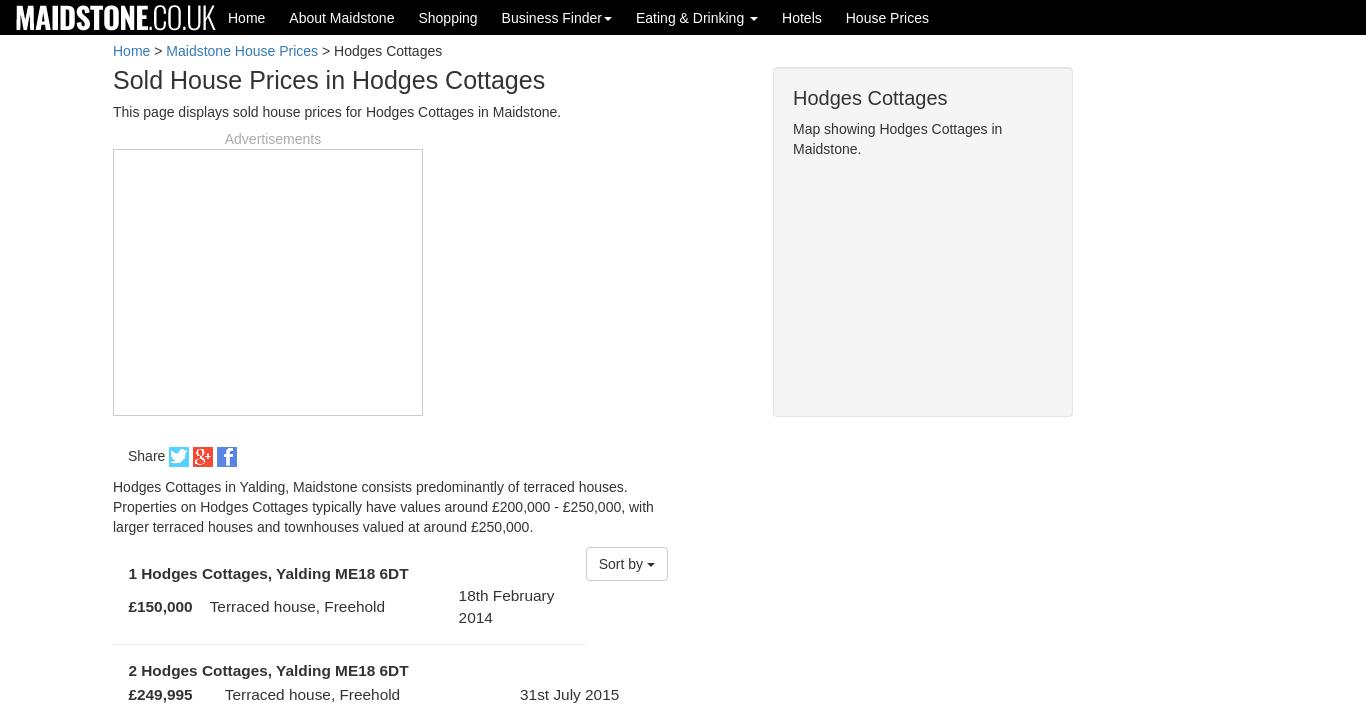 The image size is (1366, 723). Describe the element at coordinates (569, 692) in the screenshot. I see `'31st July 2015'` at that location.